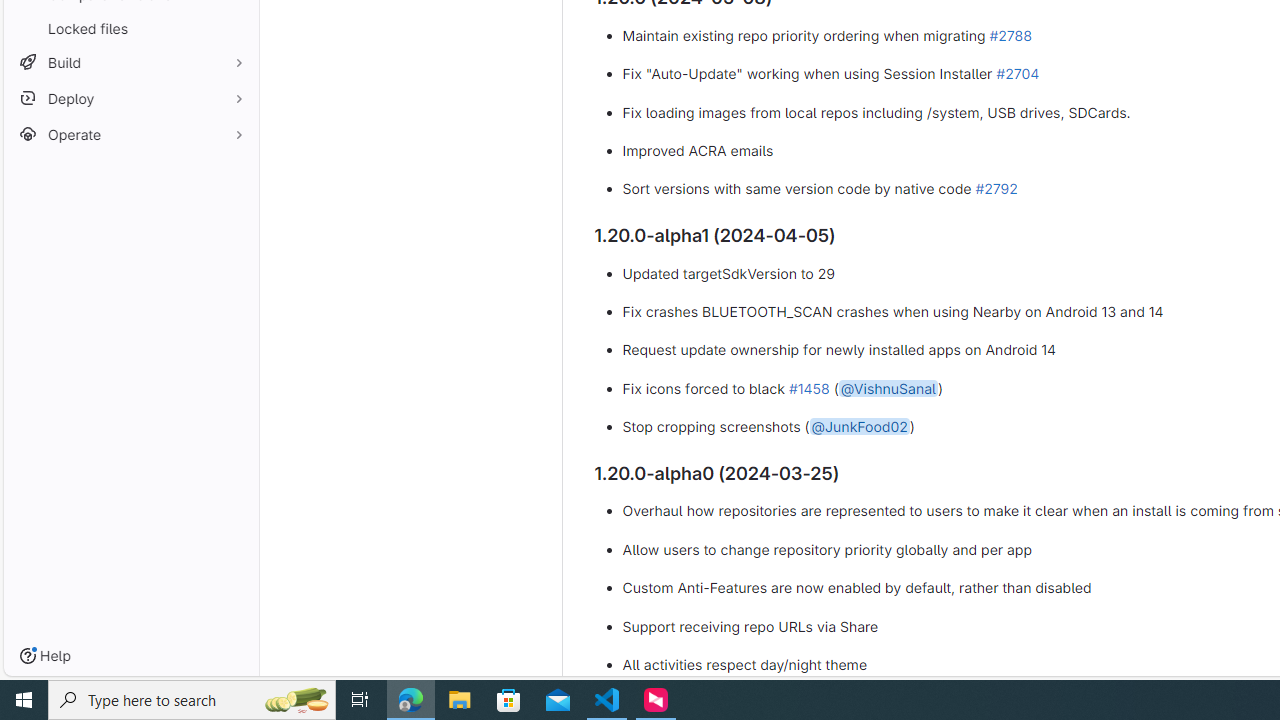  I want to click on 'Type here to search', so click(192, 698).